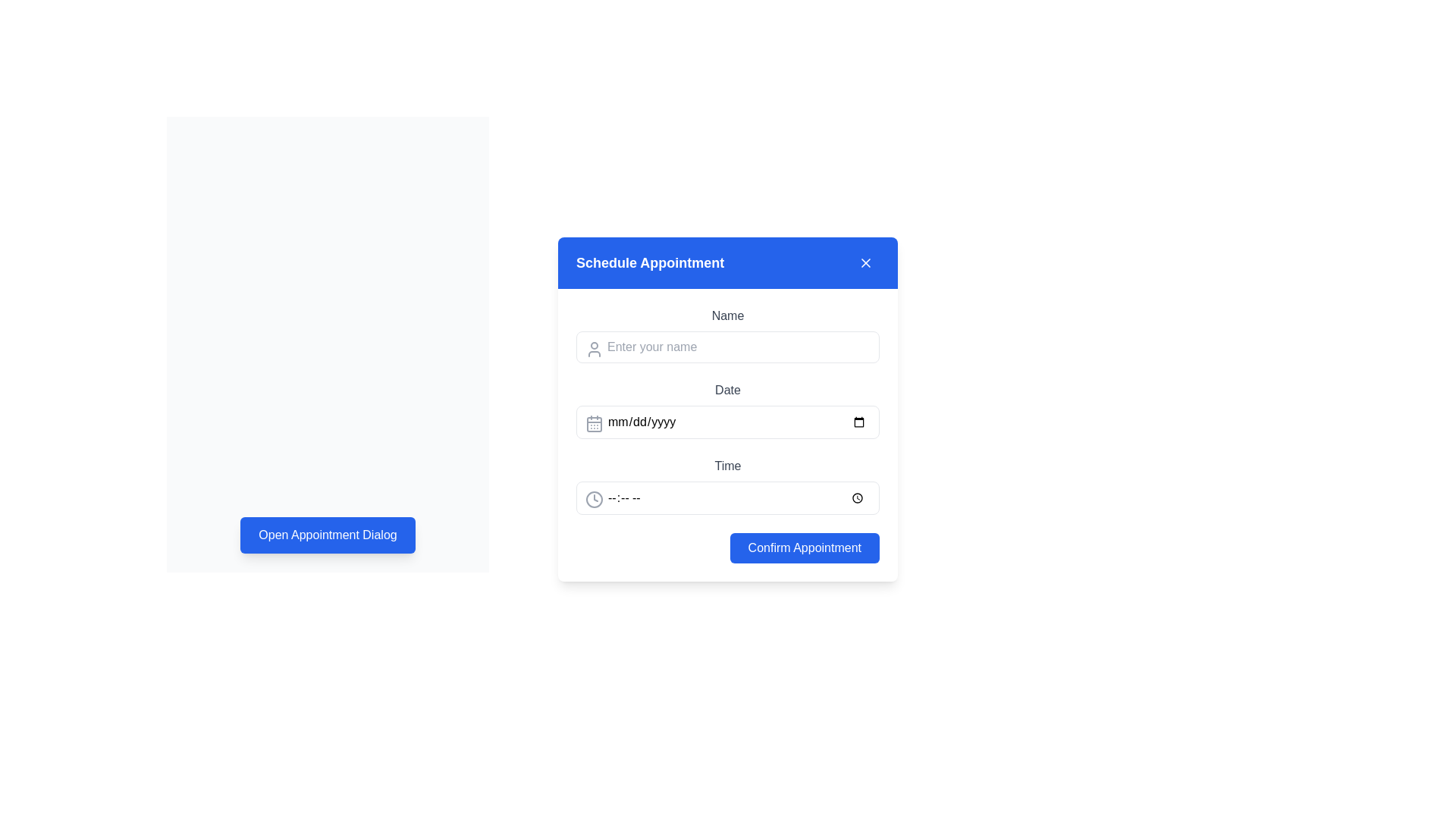  I want to click on the small square button with a blue background and a white 'X' icon located in the top-right corner of the blue header labeled 'Schedule Appointment' to trigger any hover effects, so click(866, 262).